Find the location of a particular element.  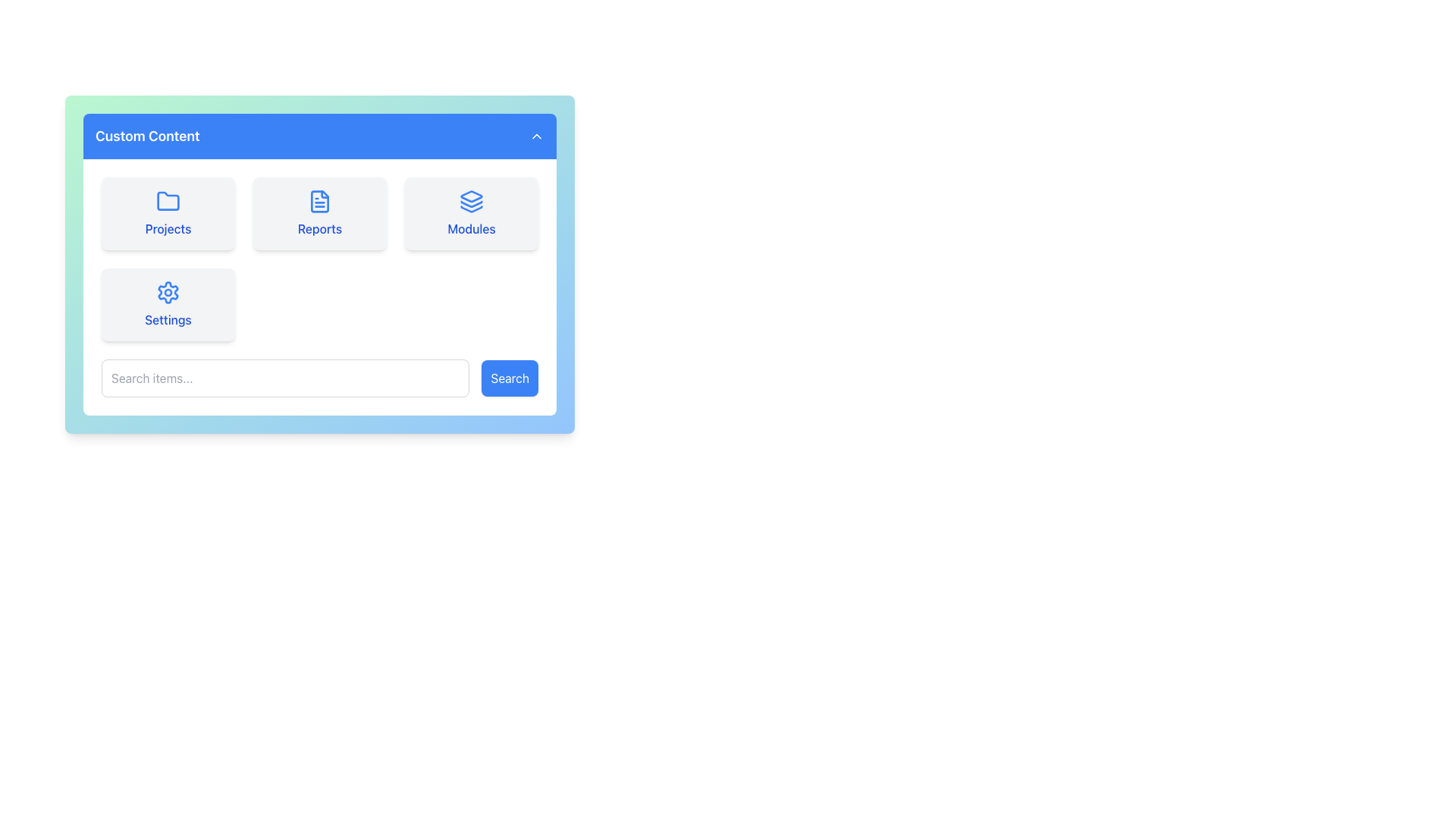

the Modules card containing the stack-like icon represented in blue color, located at the top-right corner of the interface is located at coordinates (471, 201).